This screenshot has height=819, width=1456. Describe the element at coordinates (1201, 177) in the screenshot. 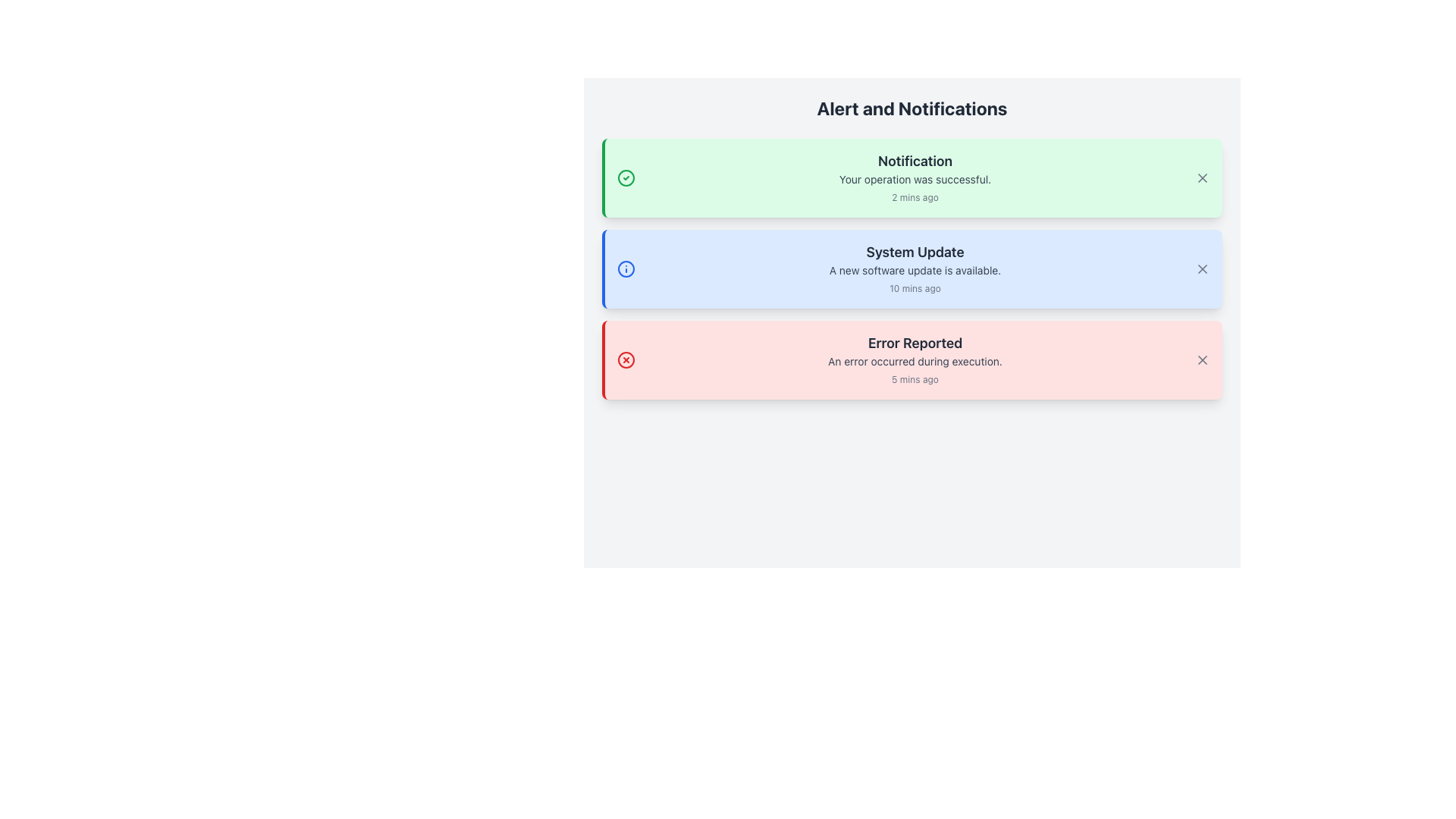

I see `the dismiss button located at the far-right edge of the green notification card` at that location.